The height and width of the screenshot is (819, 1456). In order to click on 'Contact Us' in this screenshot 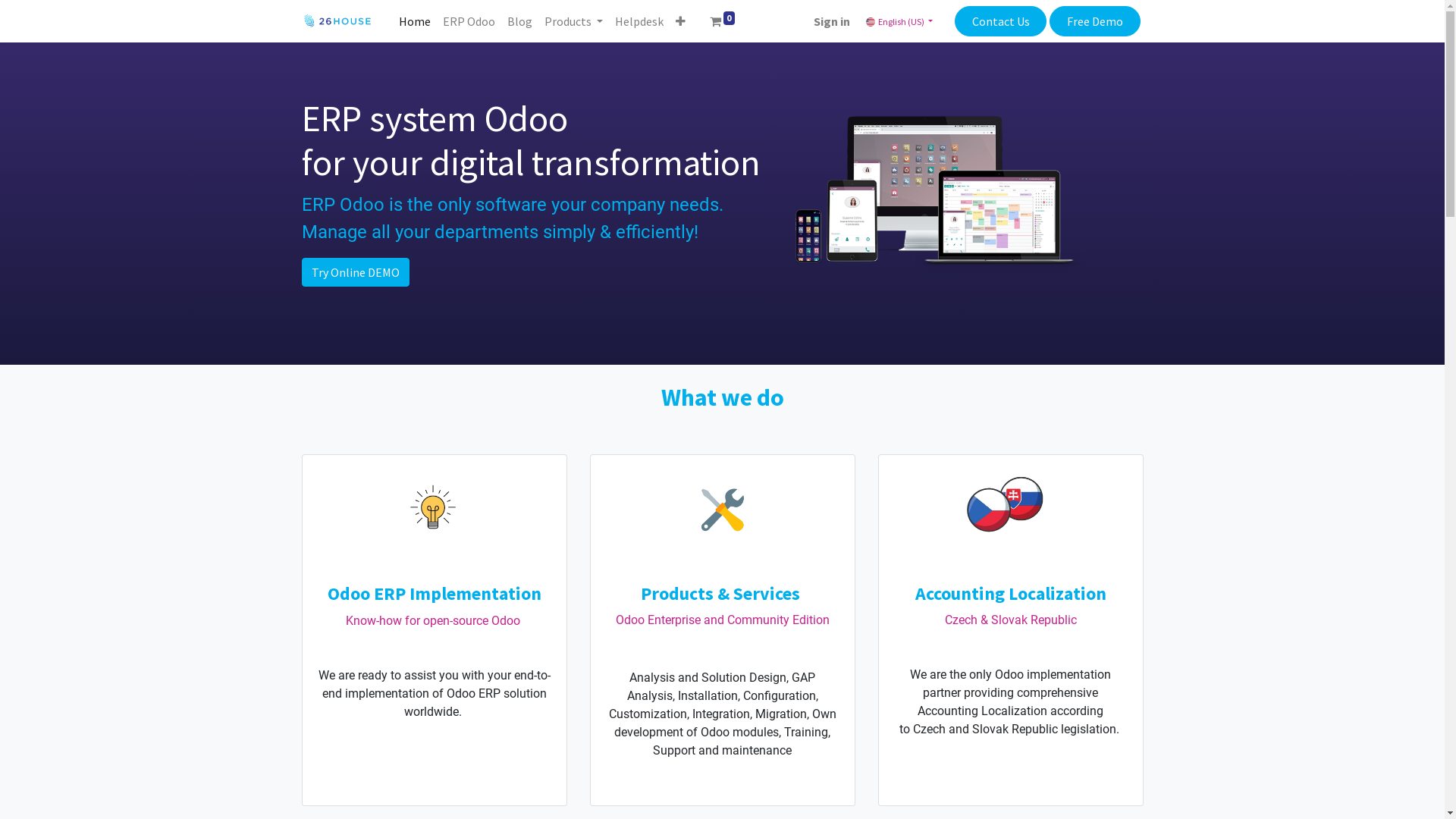, I will do `click(1000, 20)`.